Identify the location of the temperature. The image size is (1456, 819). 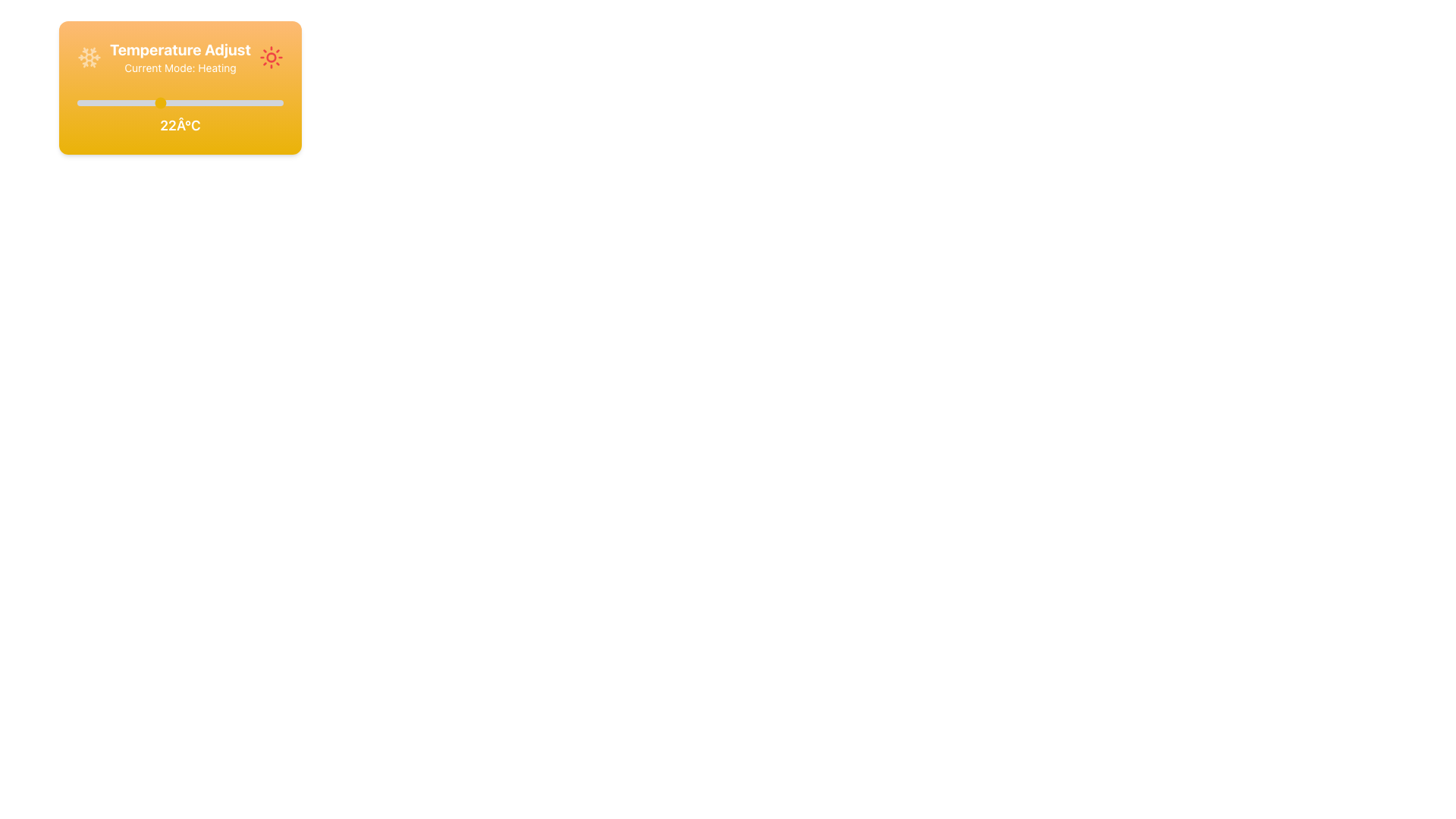
(241, 102).